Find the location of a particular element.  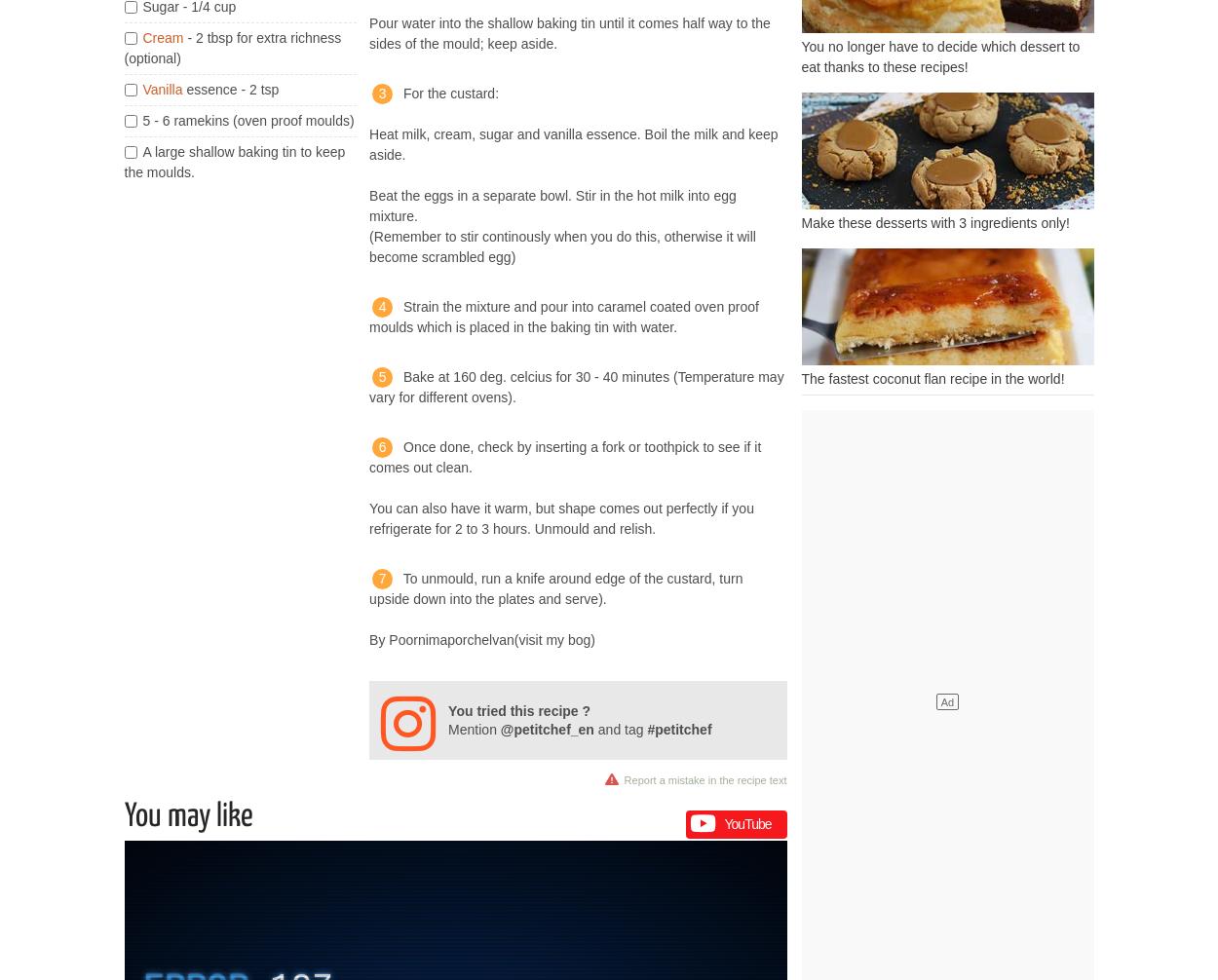

'Tube' is located at coordinates (757, 822).